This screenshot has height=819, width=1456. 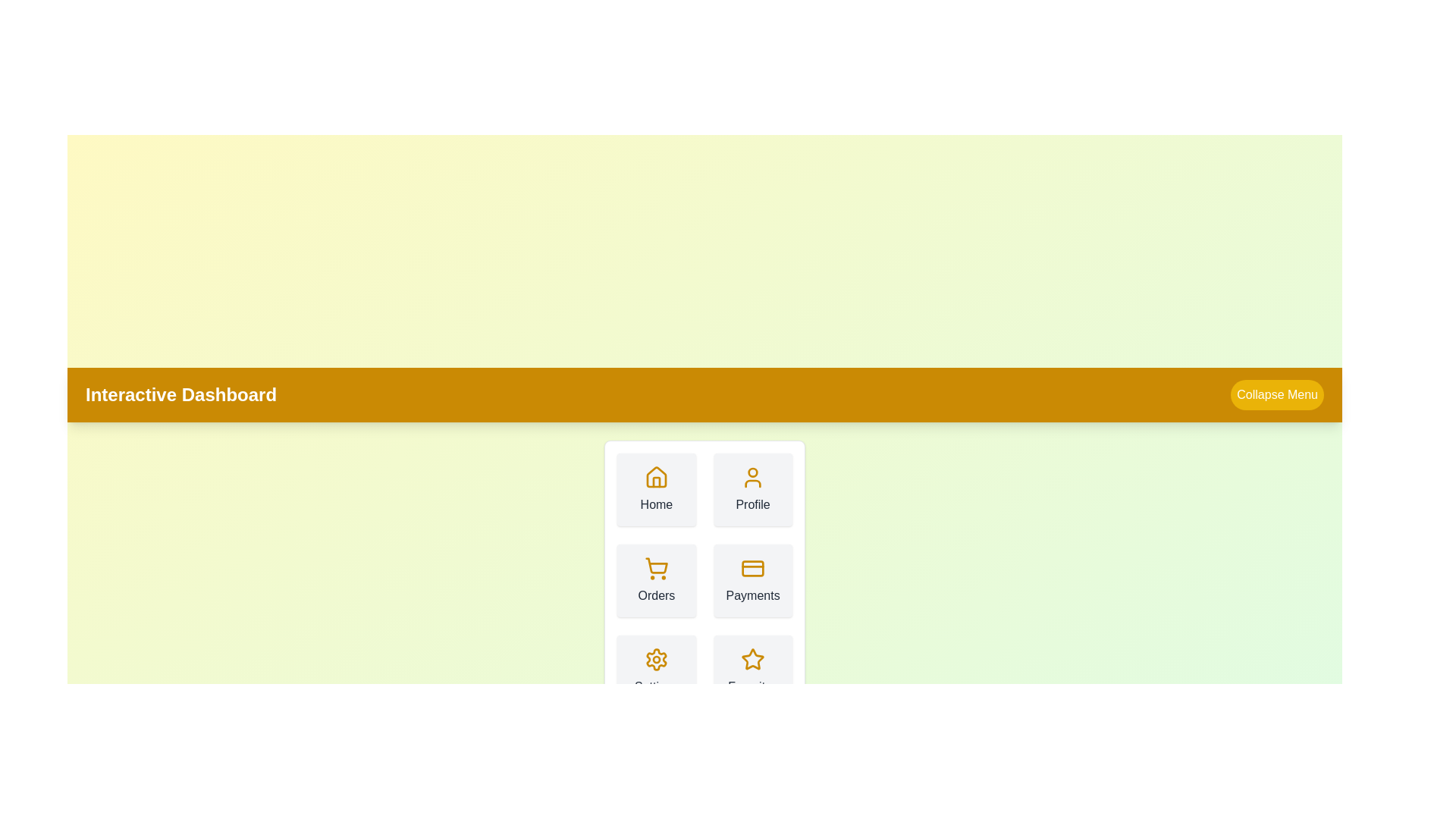 I want to click on the 'Collapse Menu' button to toggle the menu expansion, so click(x=1276, y=394).